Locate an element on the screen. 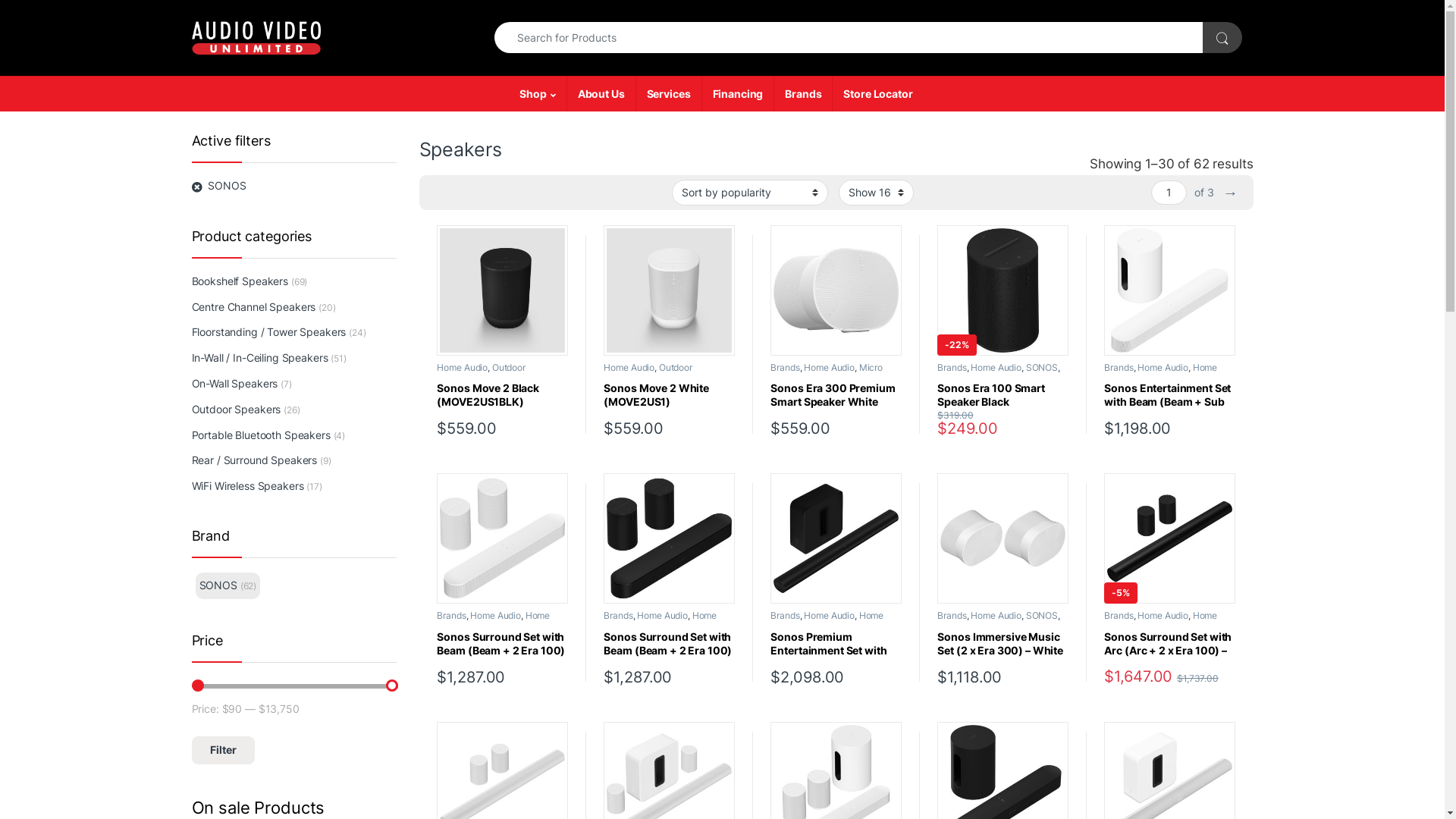  'Financing' is located at coordinates (736, 93).